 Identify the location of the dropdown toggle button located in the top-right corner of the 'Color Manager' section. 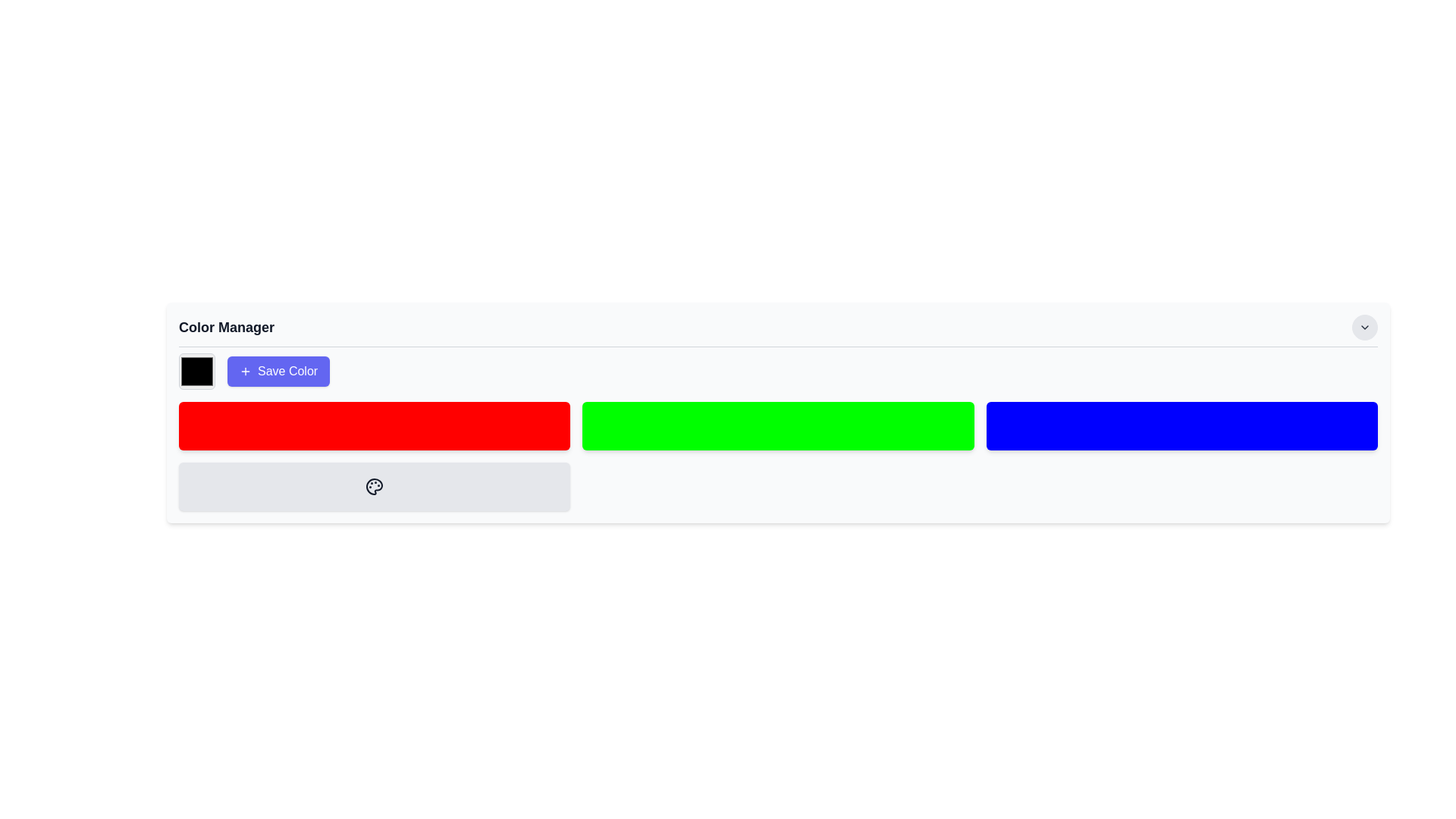
(1365, 327).